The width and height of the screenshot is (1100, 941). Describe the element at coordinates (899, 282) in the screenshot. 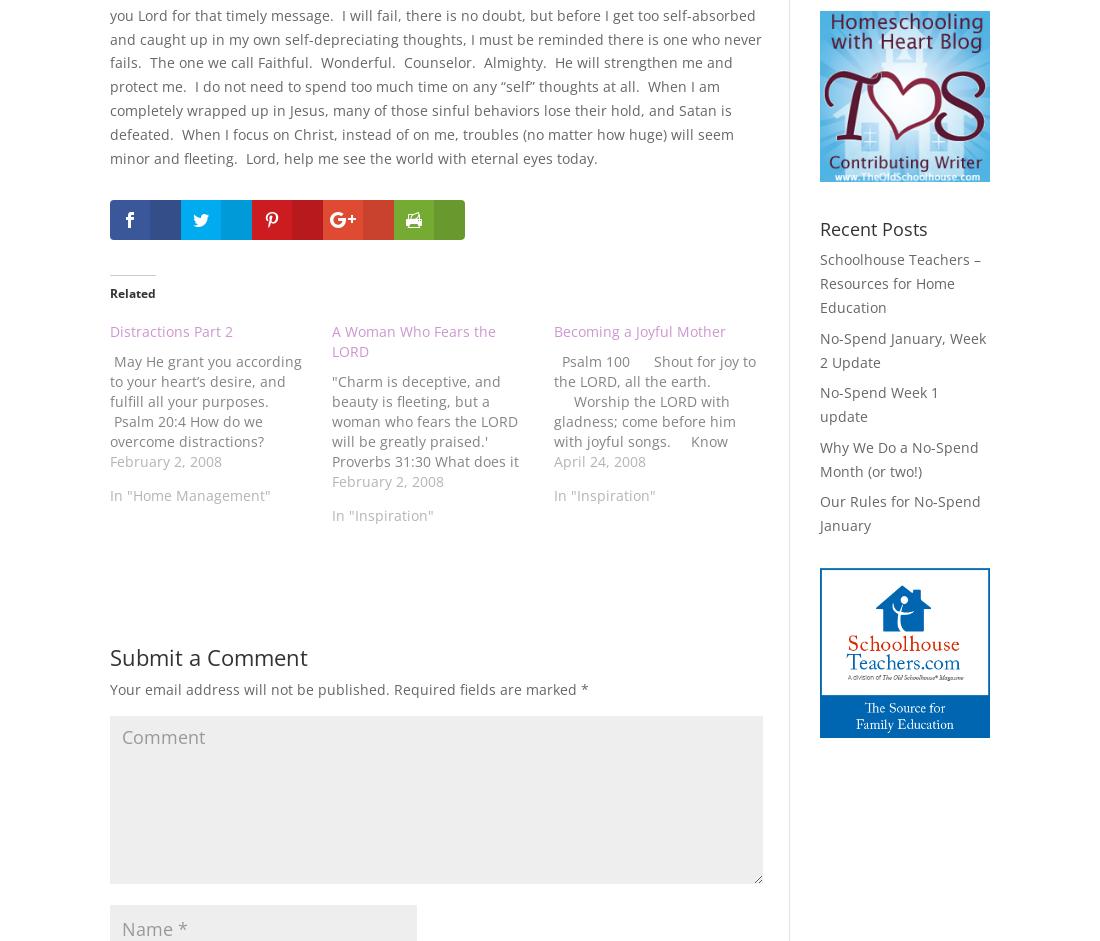

I see `'Schoolhouse Teachers – Resources for Home Education'` at that location.